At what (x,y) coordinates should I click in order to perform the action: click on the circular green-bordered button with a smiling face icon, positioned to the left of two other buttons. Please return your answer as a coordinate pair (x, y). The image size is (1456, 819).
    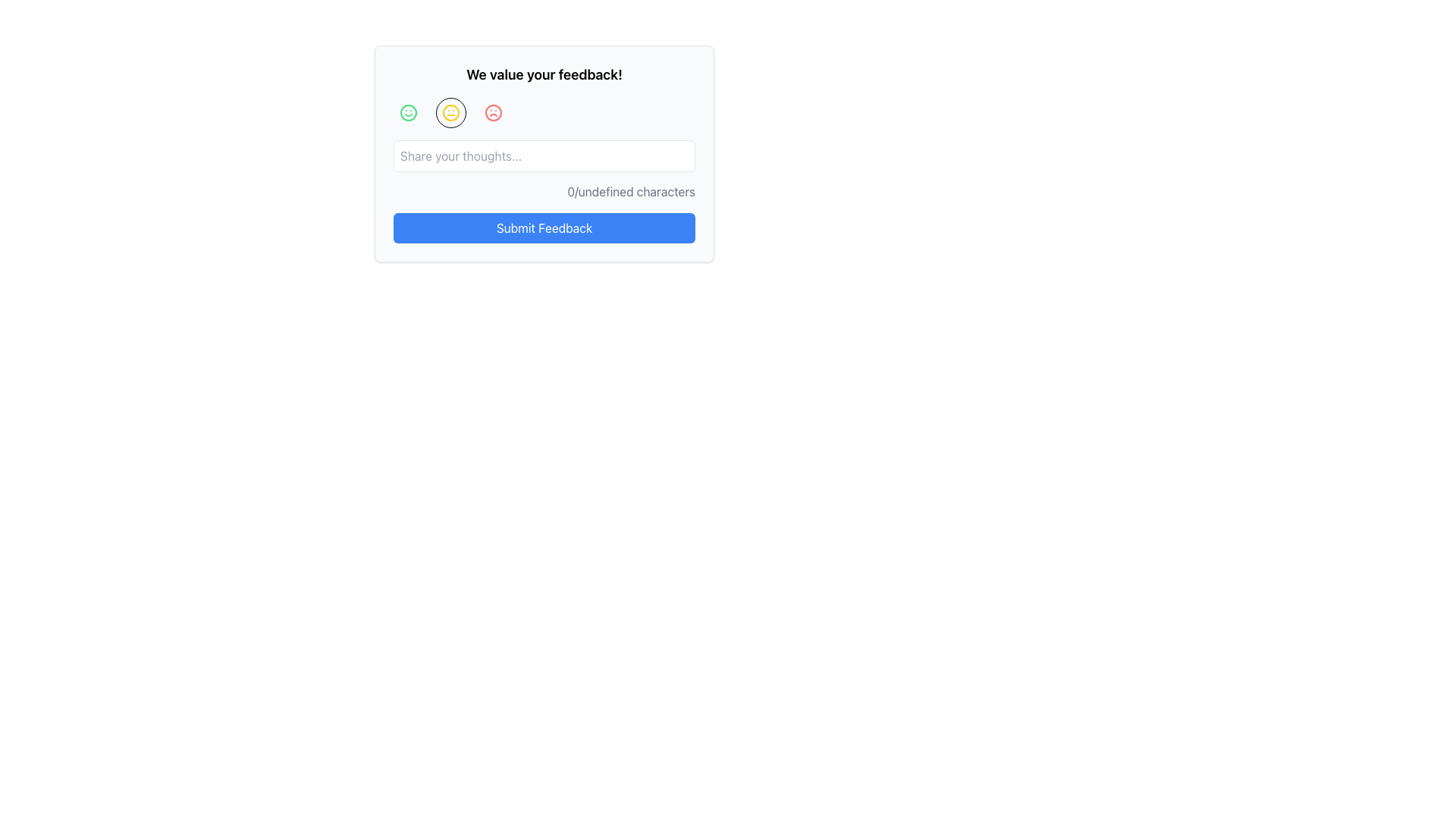
    Looking at the image, I should click on (408, 112).